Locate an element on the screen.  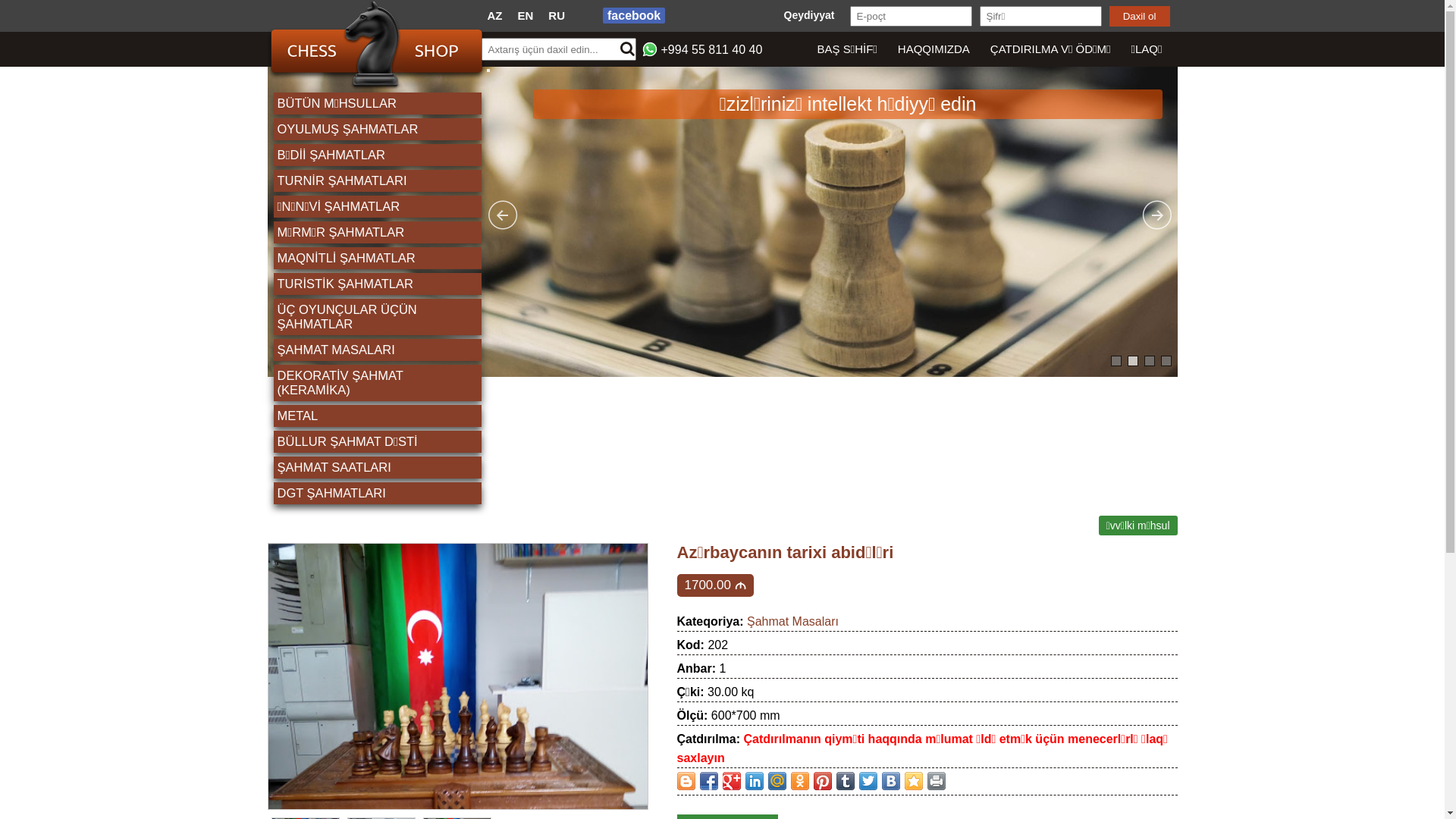
'Share on Twitter' is located at coordinates (858, 780).